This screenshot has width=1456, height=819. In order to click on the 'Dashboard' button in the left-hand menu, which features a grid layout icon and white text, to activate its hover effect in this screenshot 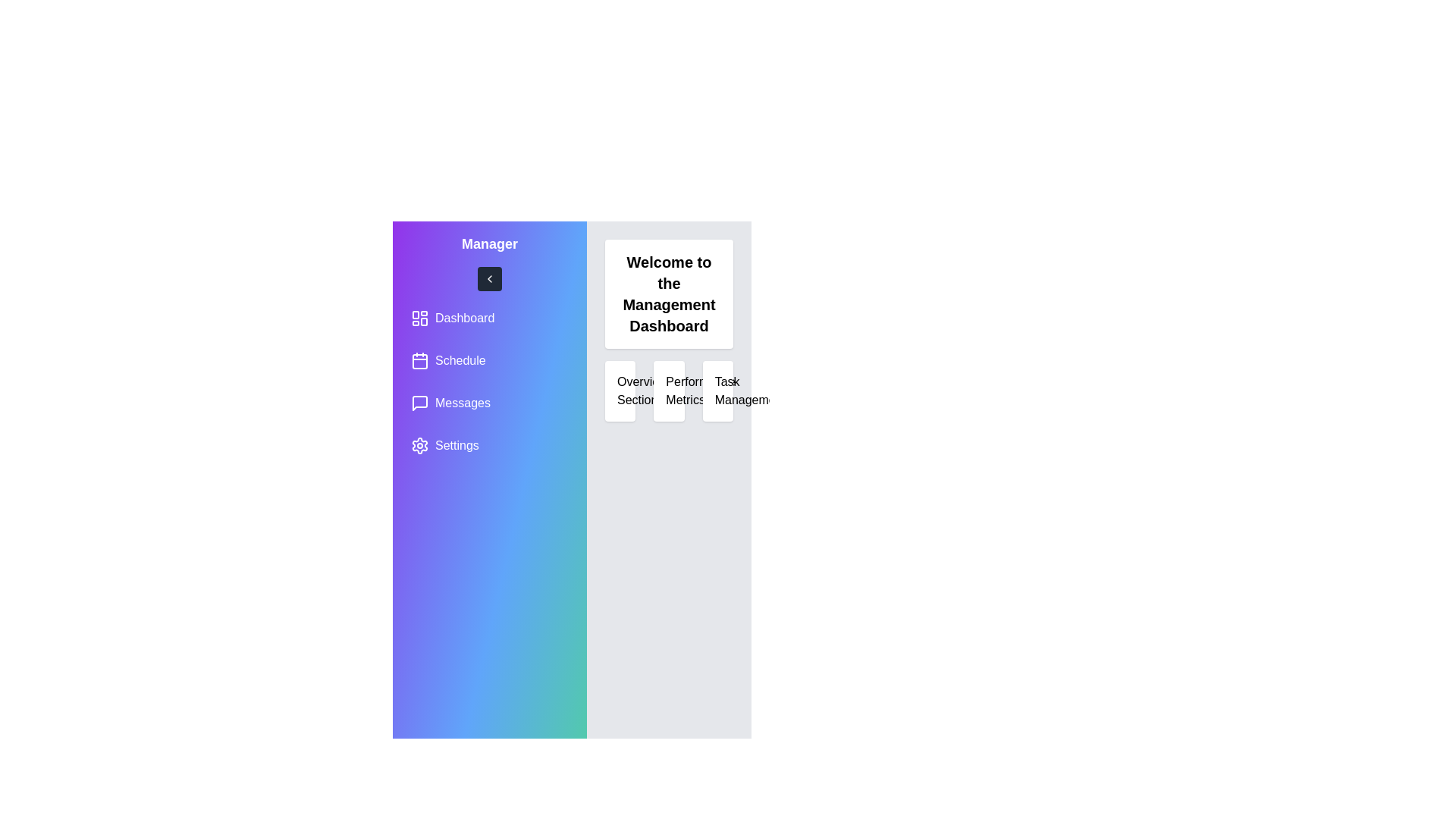, I will do `click(490, 318)`.